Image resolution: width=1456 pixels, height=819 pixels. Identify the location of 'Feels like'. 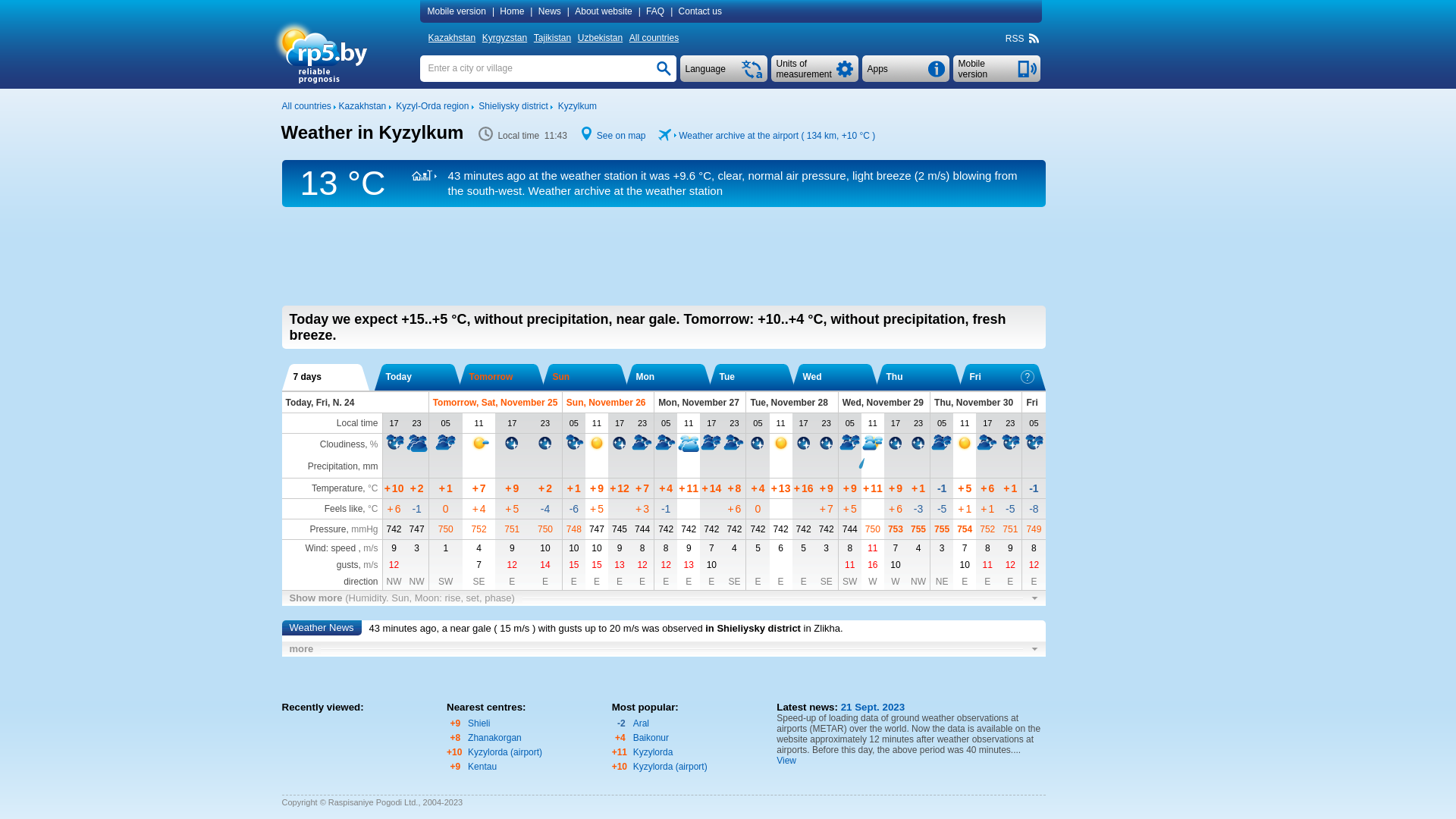
(343, 509).